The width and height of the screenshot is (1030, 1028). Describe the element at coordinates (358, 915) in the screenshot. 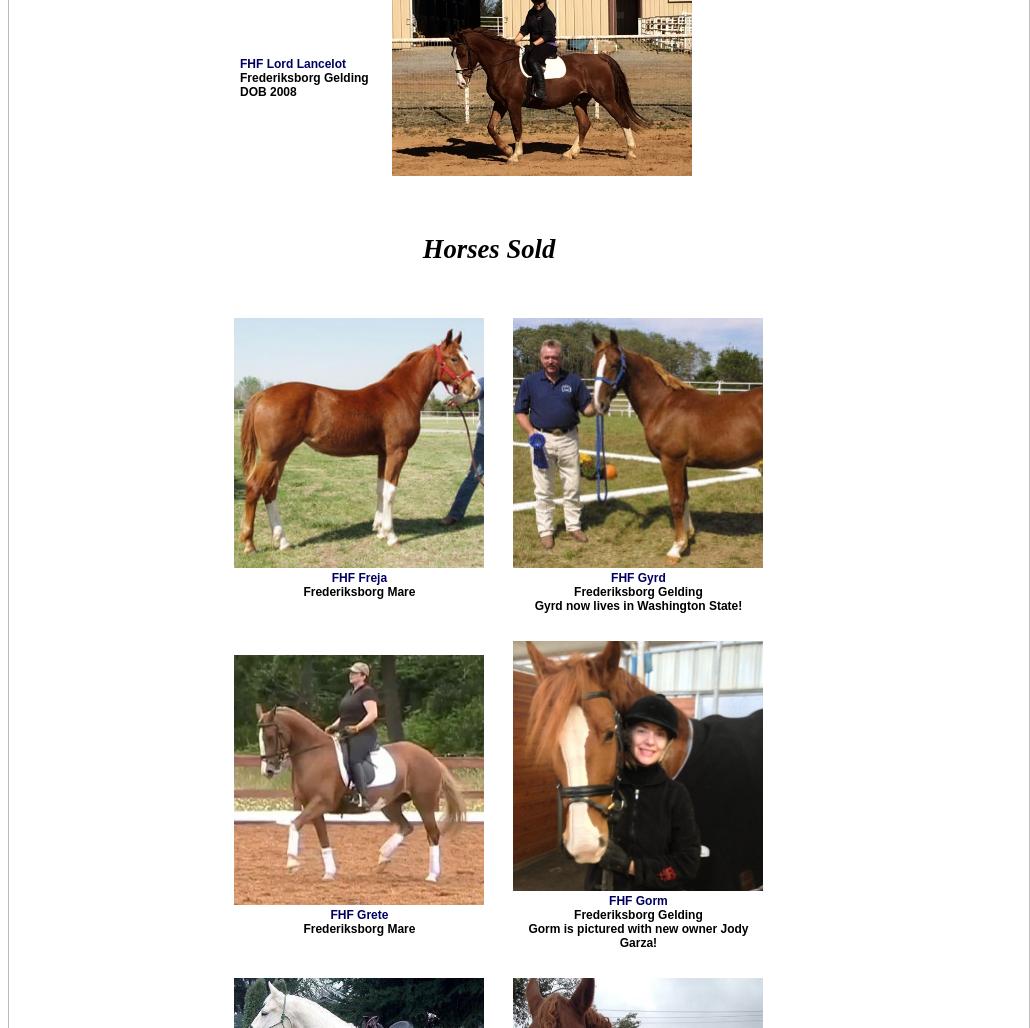

I see `'FHF Grete'` at that location.